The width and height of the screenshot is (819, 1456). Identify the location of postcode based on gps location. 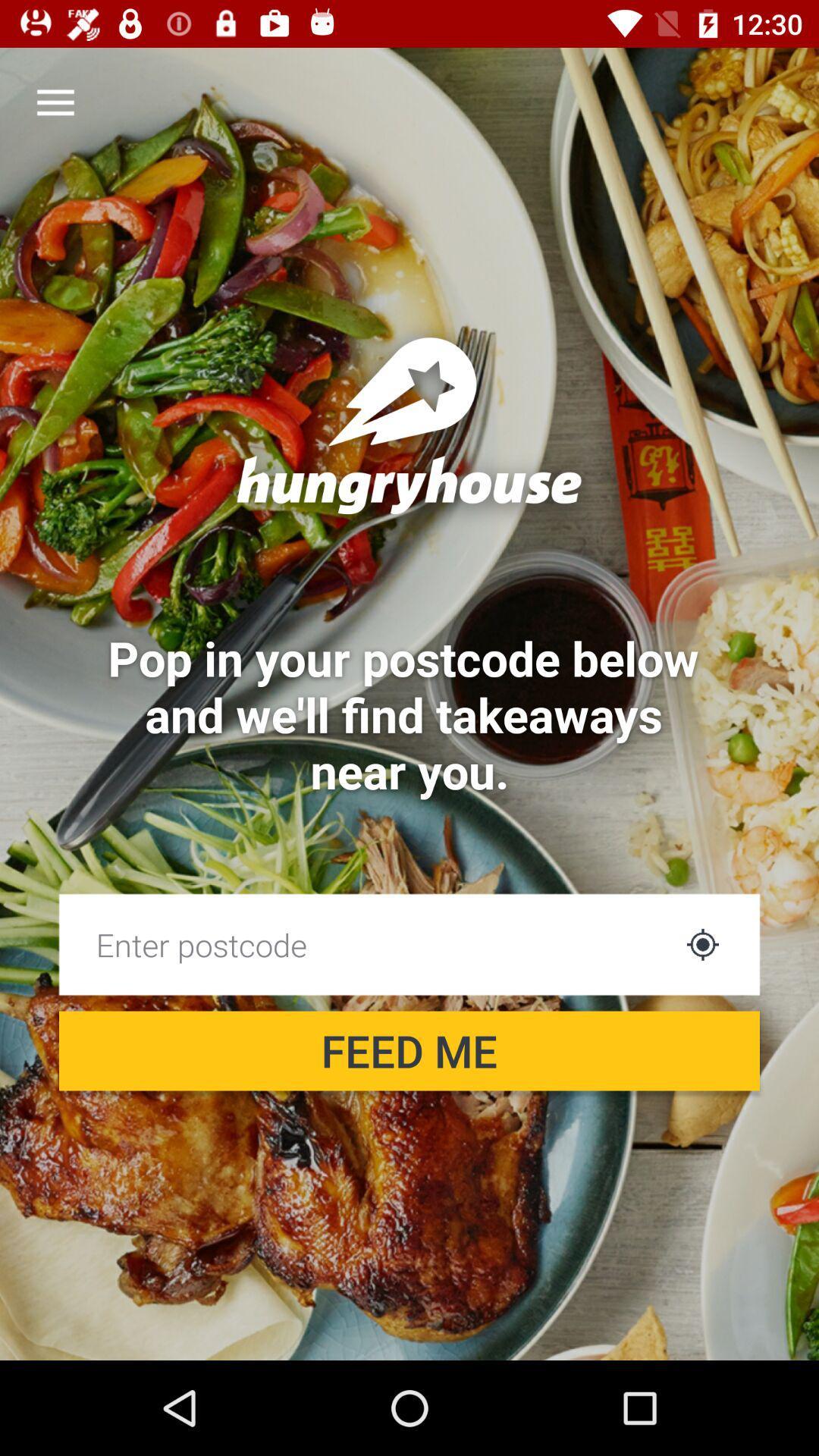
(702, 943).